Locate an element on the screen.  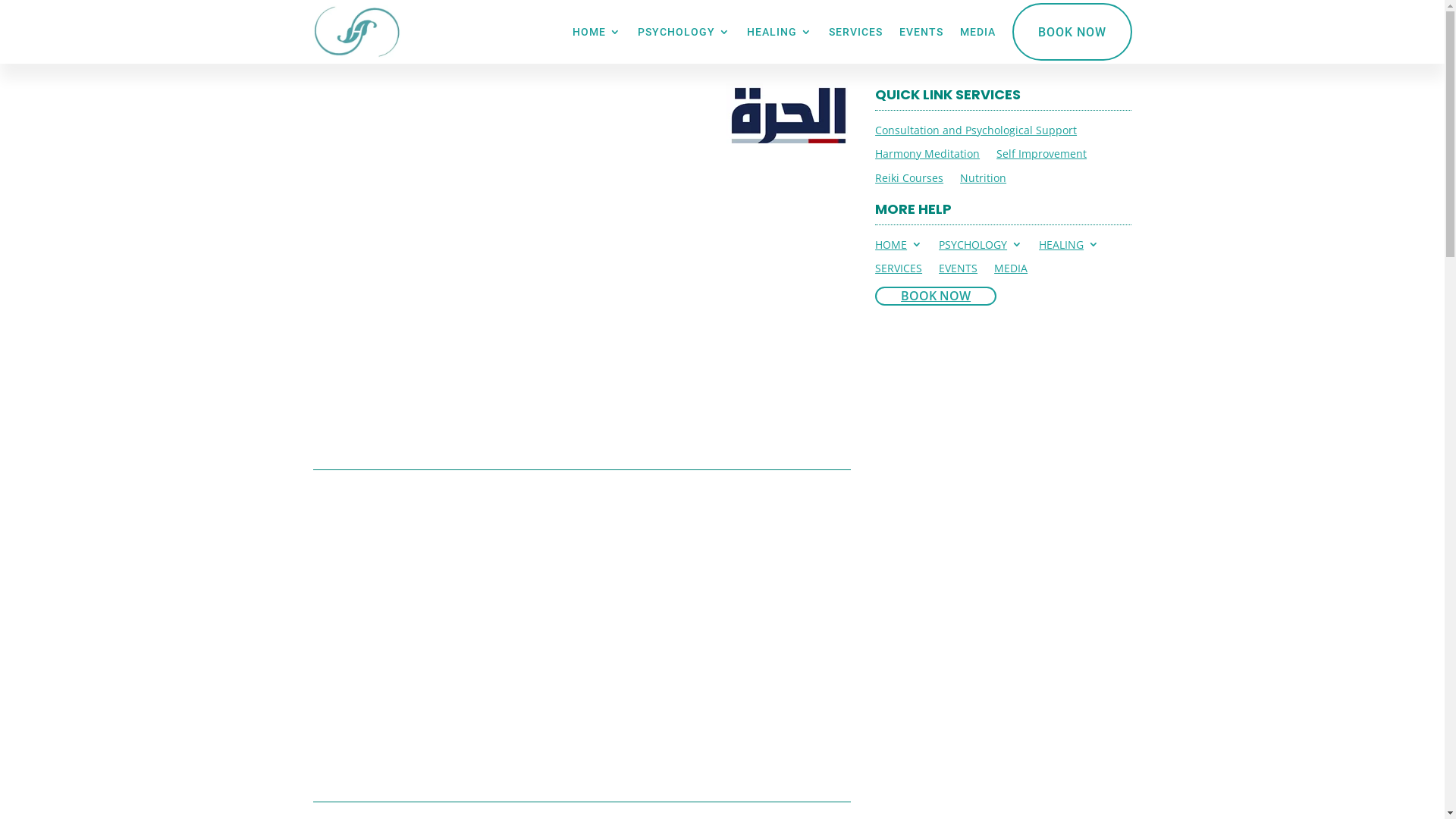
'MEDIA' is located at coordinates (1011, 270).